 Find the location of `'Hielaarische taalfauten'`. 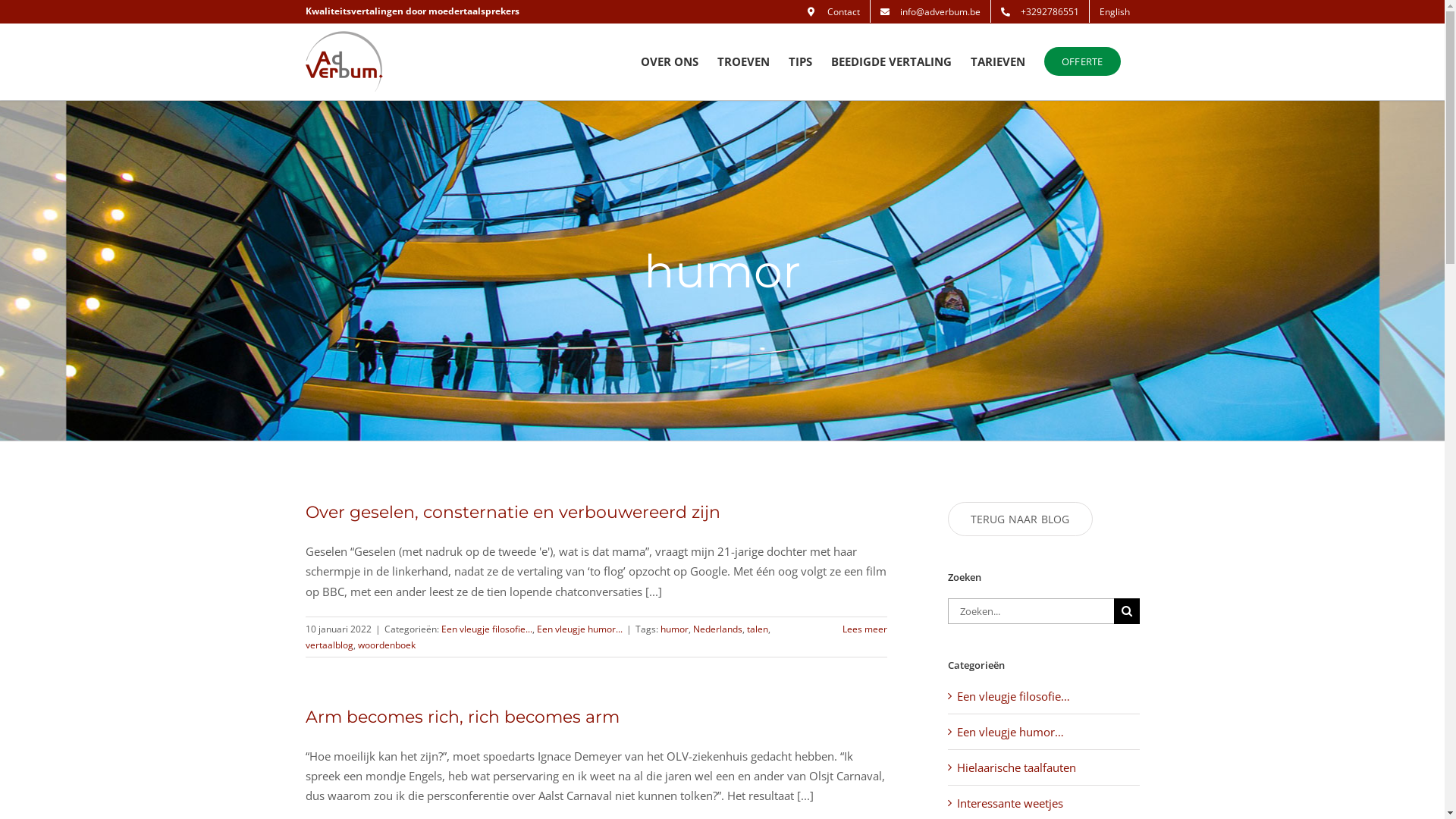

'Hielaarische taalfauten' is located at coordinates (1043, 767).